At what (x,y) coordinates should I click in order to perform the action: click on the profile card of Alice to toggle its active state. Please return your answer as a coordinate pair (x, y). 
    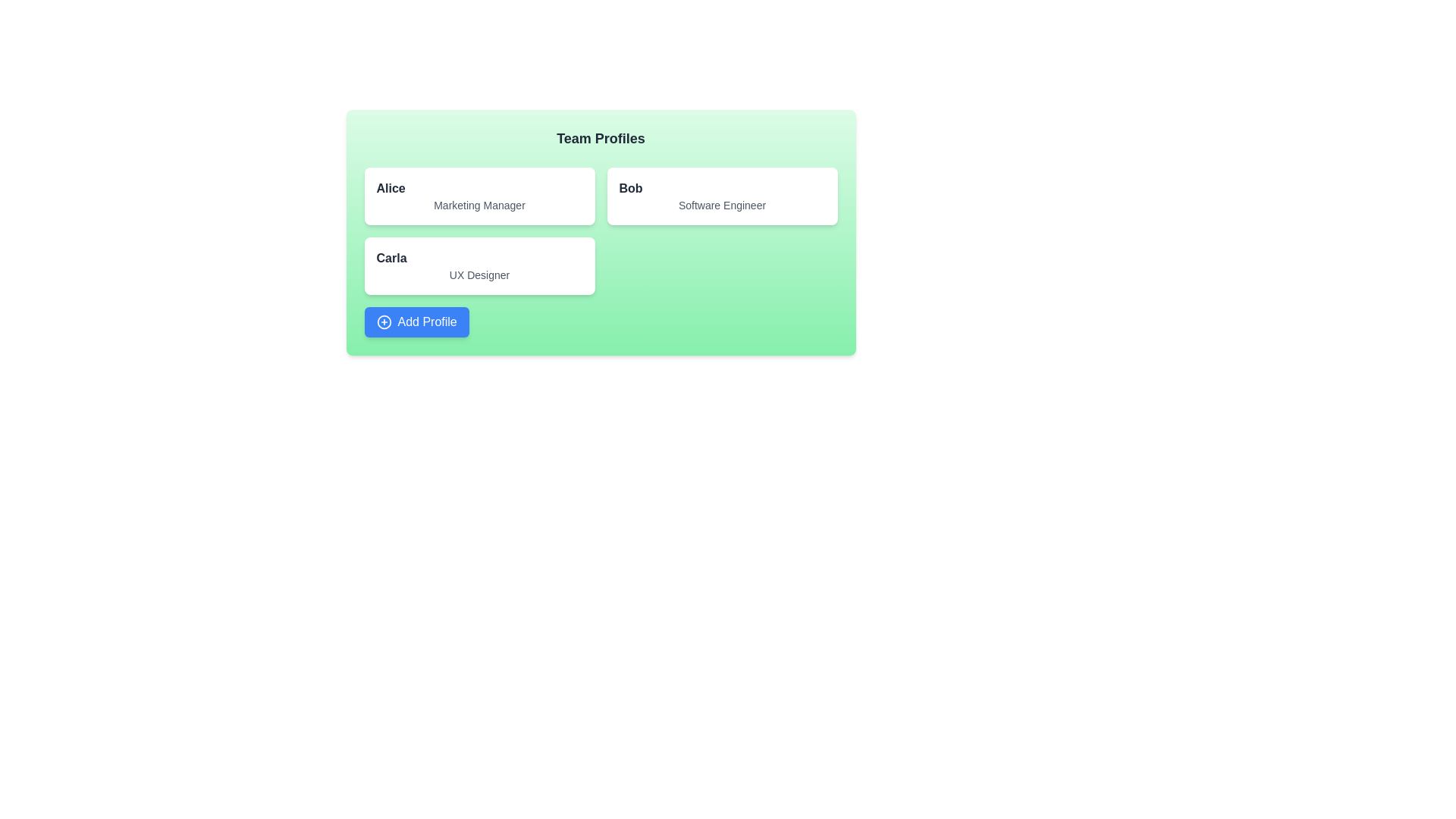
    Looking at the image, I should click on (479, 195).